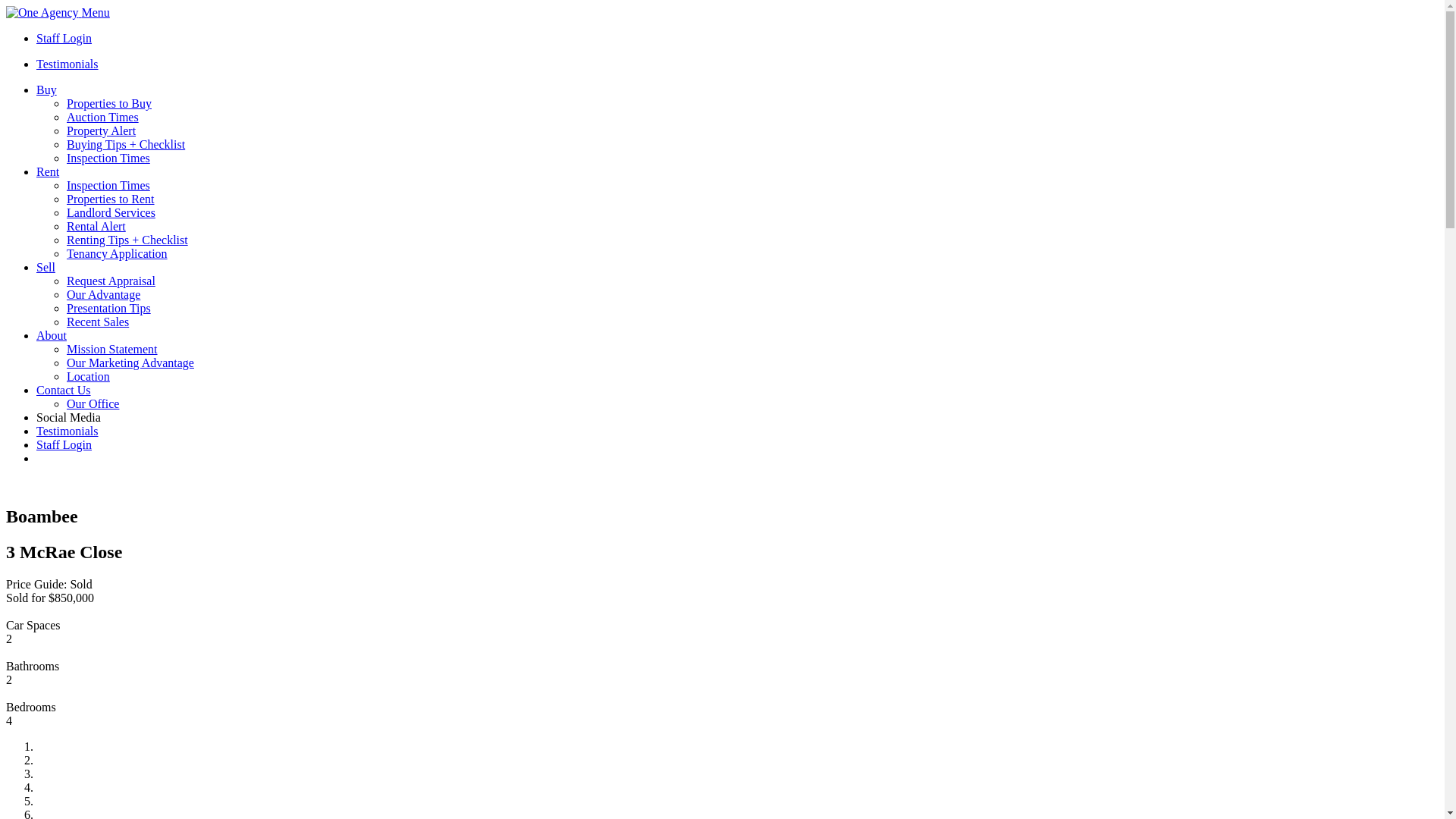  I want to click on 'Landlord Services', so click(110, 212).